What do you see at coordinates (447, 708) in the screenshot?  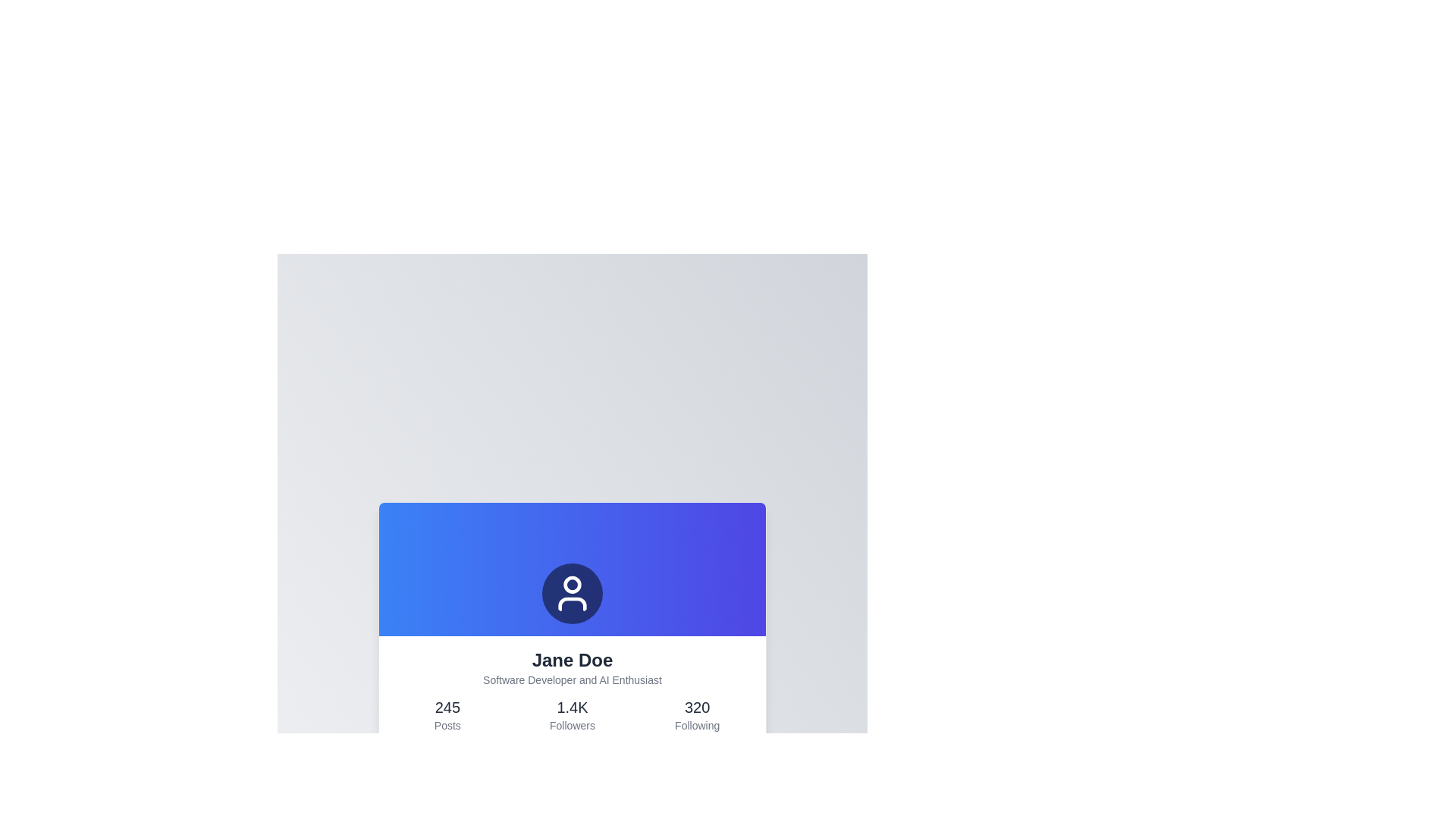 I see `the numeric text component displaying the number '245' in dark gray within the user statistics section, which pairs with the label 'Posts'` at bounding box center [447, 708].